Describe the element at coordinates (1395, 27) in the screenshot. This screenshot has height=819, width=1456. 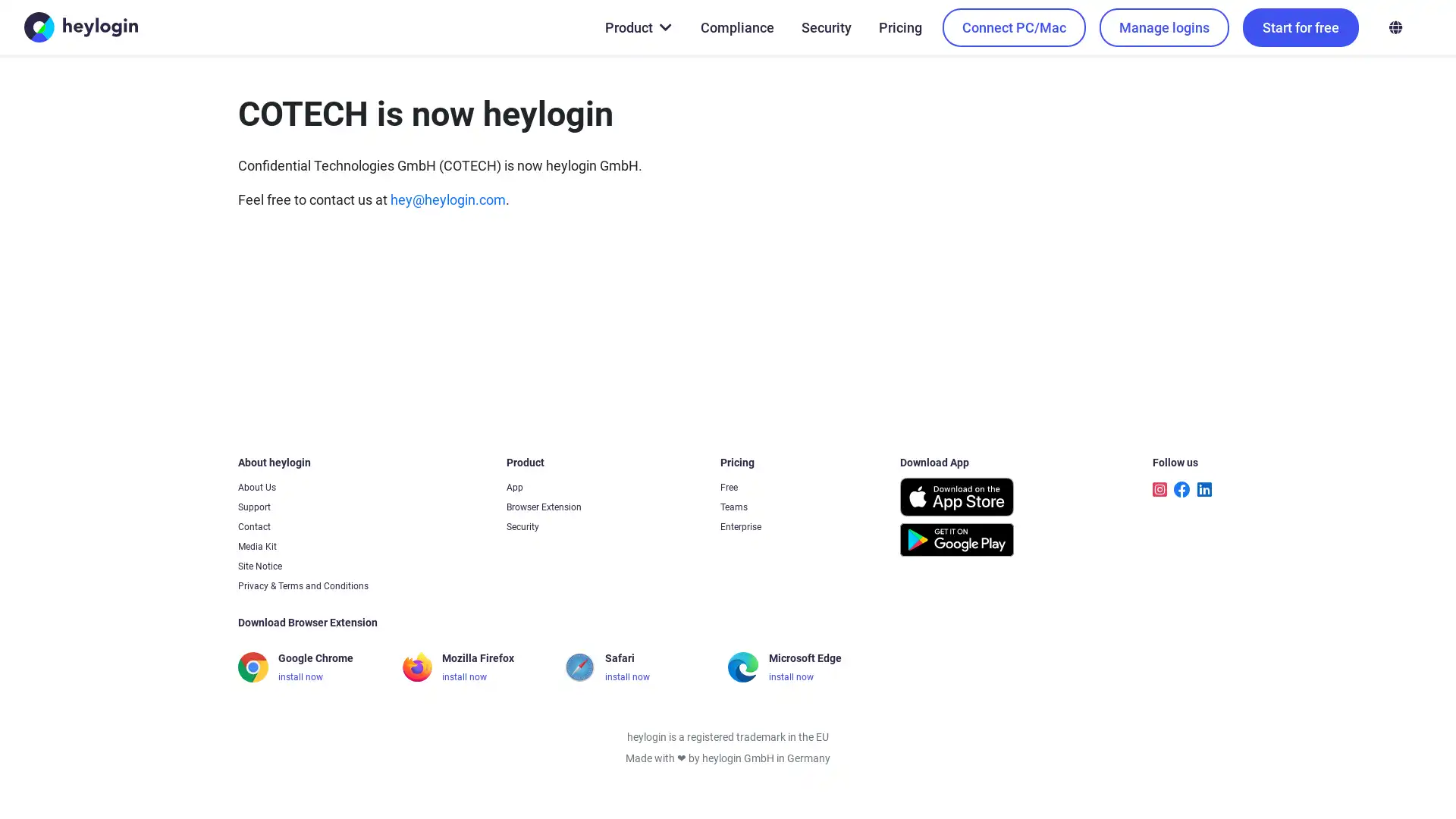
I see `Language Switcher` at that location.